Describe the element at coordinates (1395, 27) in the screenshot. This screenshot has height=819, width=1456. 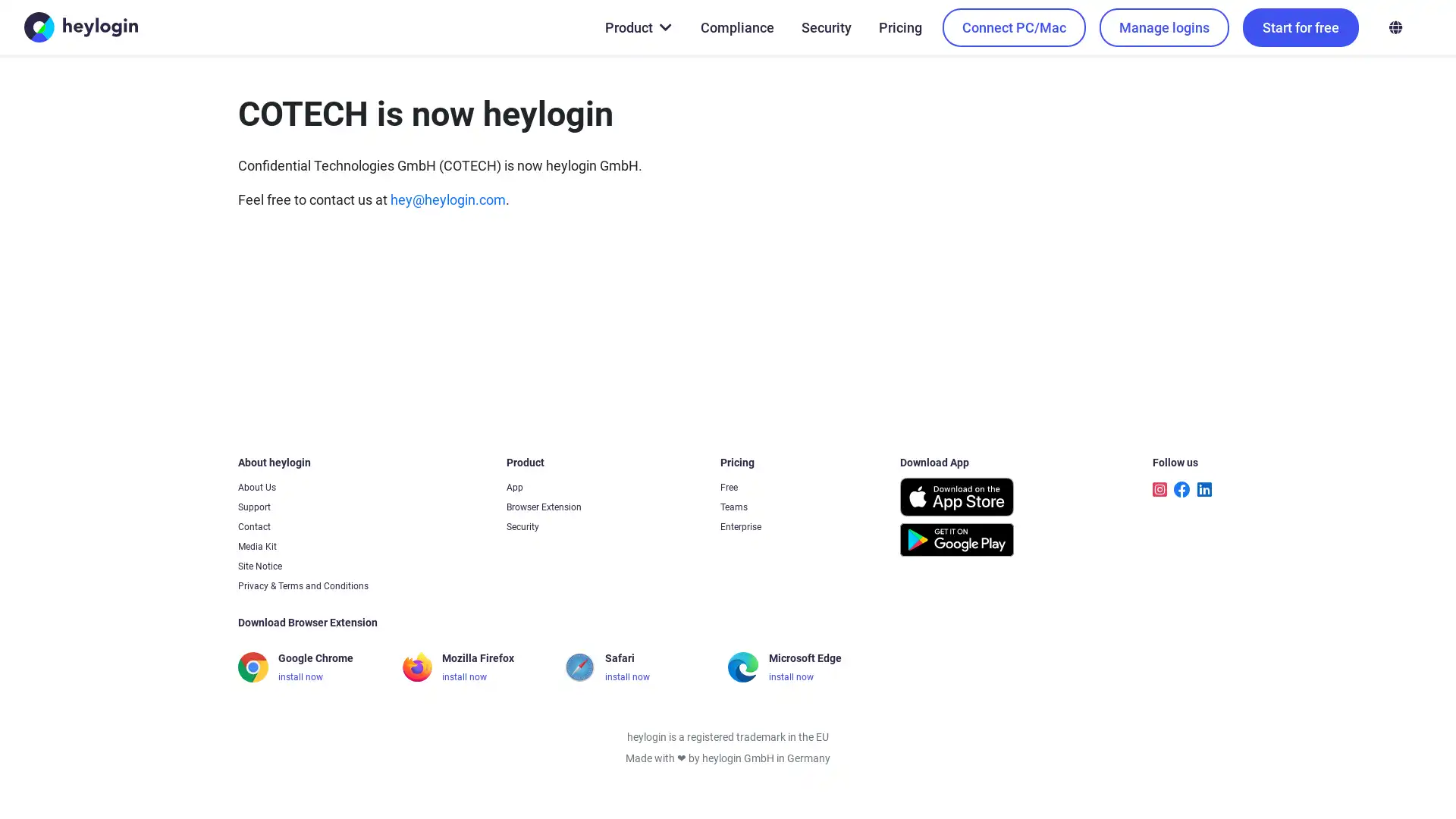
I see `Language Switcher` at that location.